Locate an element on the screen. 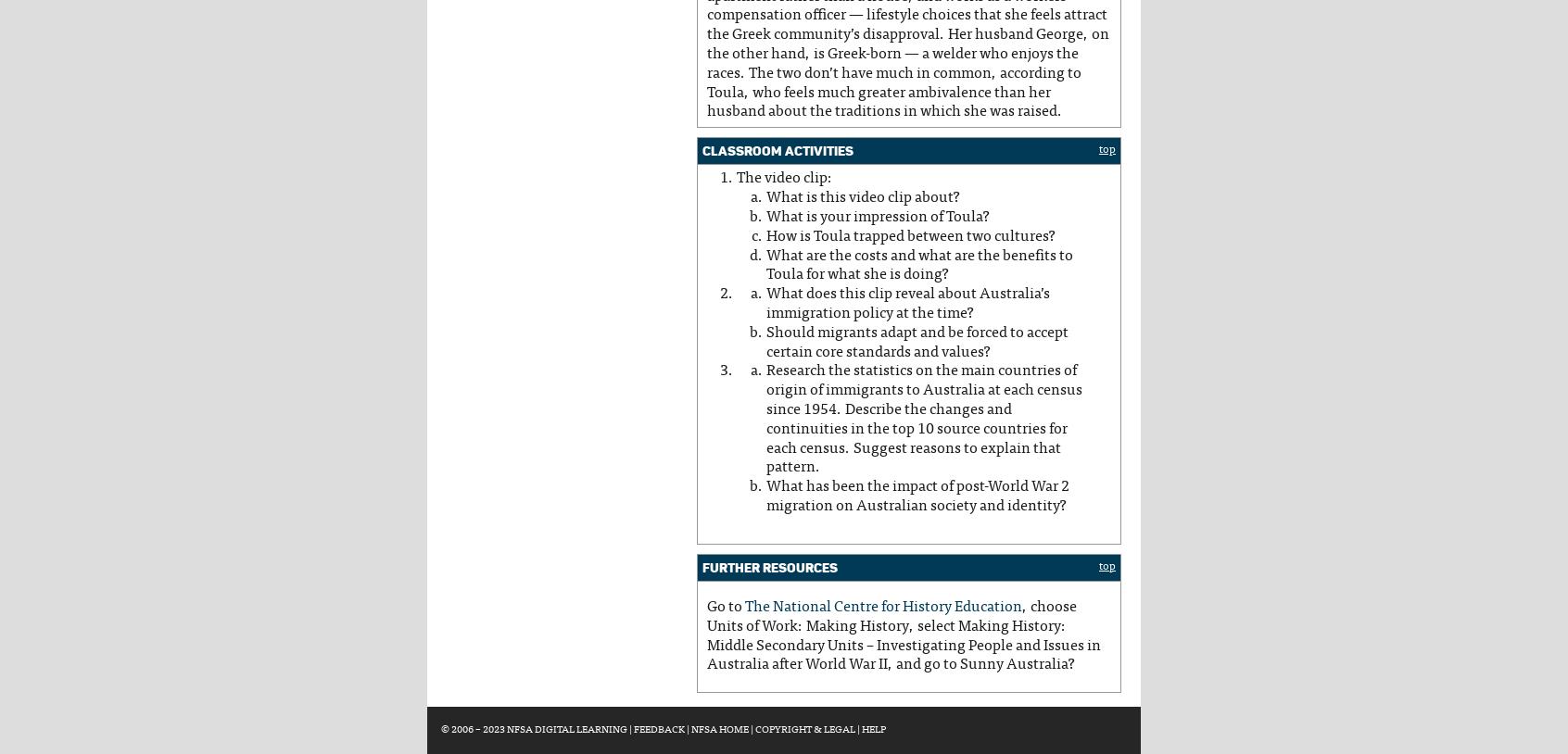 The width and height of the screenshot is (1568, 754). 'What are the costs and what are the benefits to Toula for what she is doing?' is located at coordinates (766, 265).